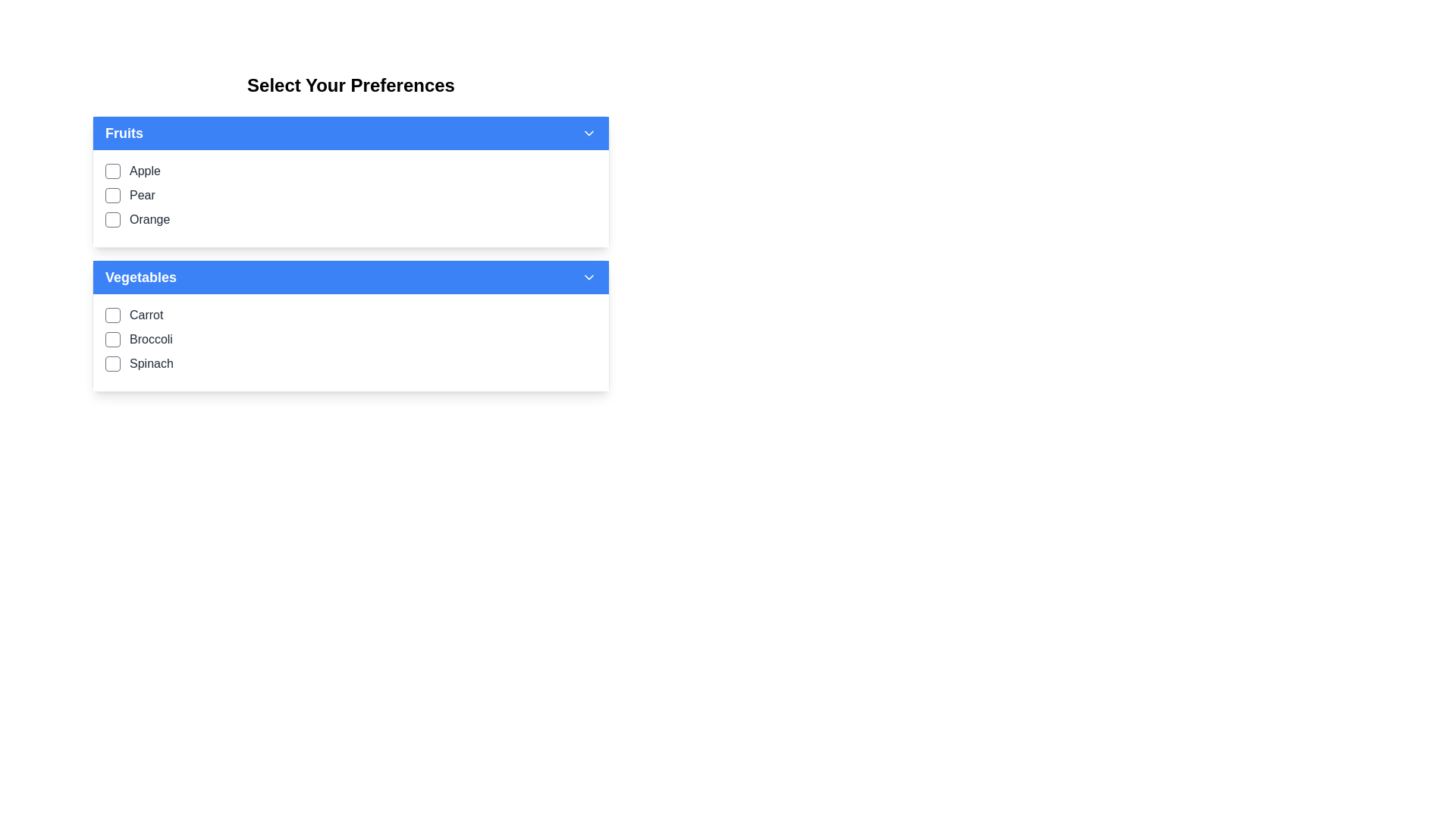  I want to click on the checkbox for 'Apple' to trigger visual feedback, so click(111, 171).